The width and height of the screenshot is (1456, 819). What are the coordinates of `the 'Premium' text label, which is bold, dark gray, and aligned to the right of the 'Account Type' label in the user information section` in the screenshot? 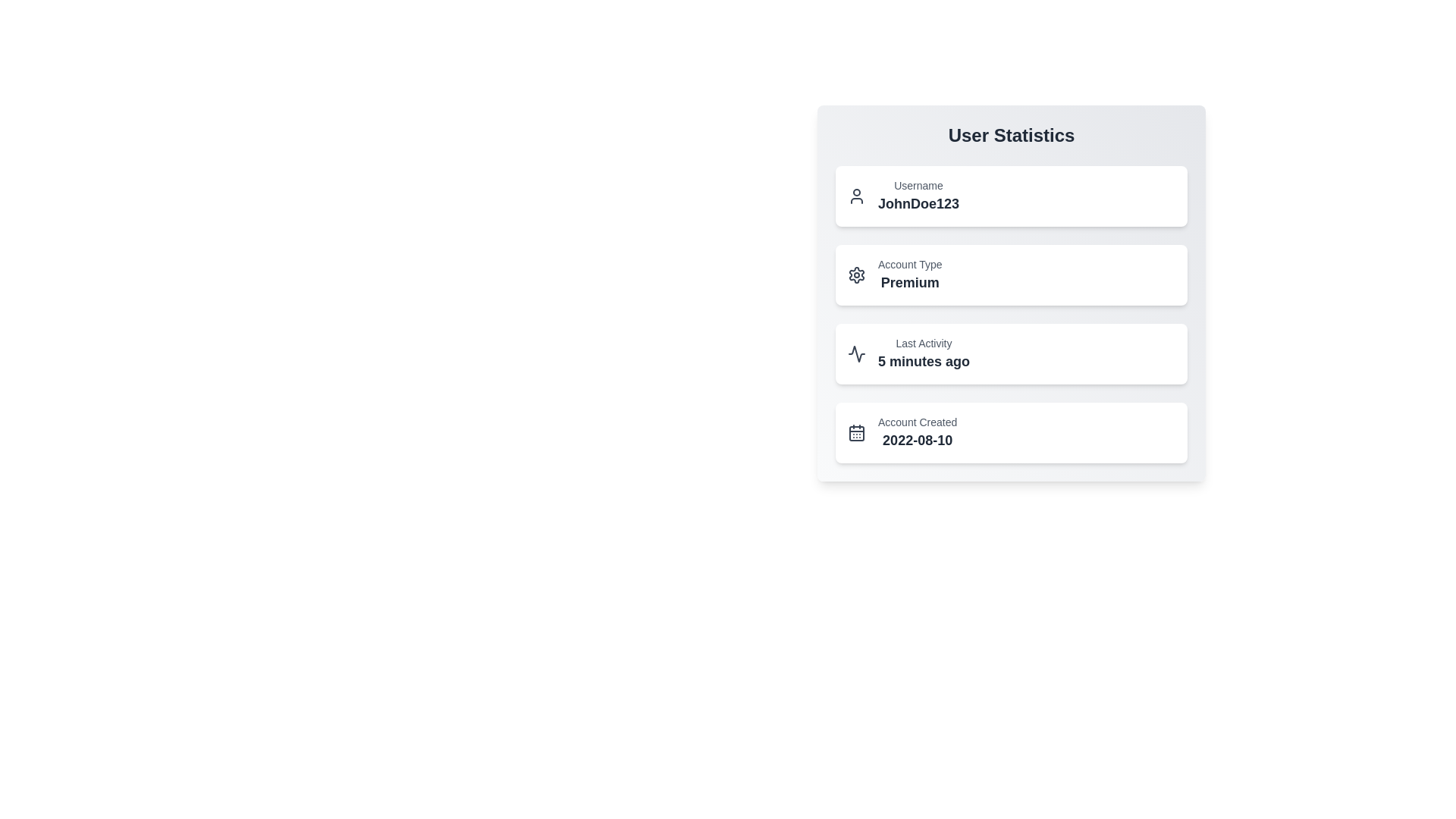 It's located at (910, 283).